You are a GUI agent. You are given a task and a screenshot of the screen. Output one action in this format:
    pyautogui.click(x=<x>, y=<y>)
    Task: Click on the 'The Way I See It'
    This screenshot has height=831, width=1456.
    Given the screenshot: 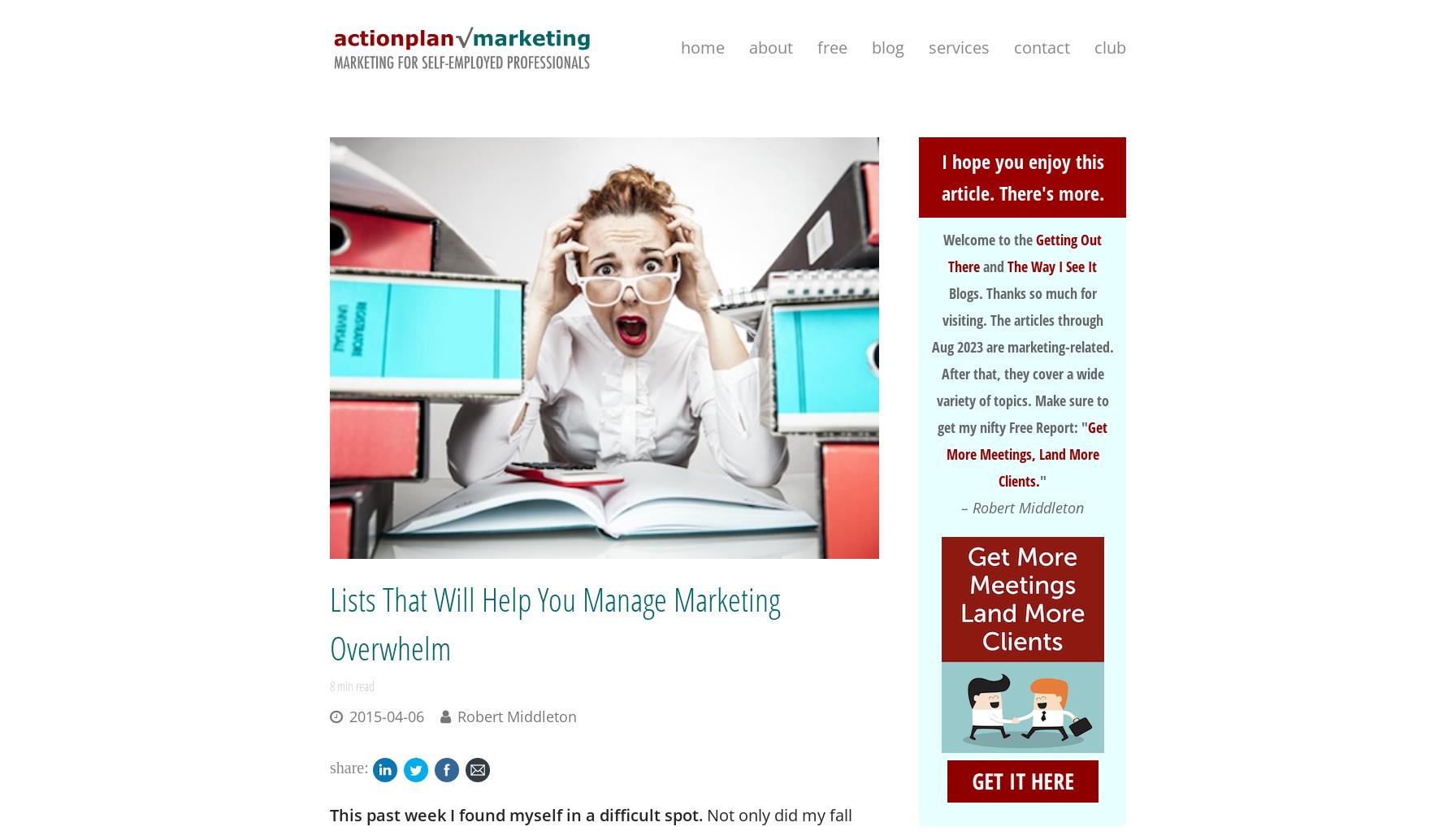 What is the action you would take?
    pyautogui.click(x=1052, y=265)
    